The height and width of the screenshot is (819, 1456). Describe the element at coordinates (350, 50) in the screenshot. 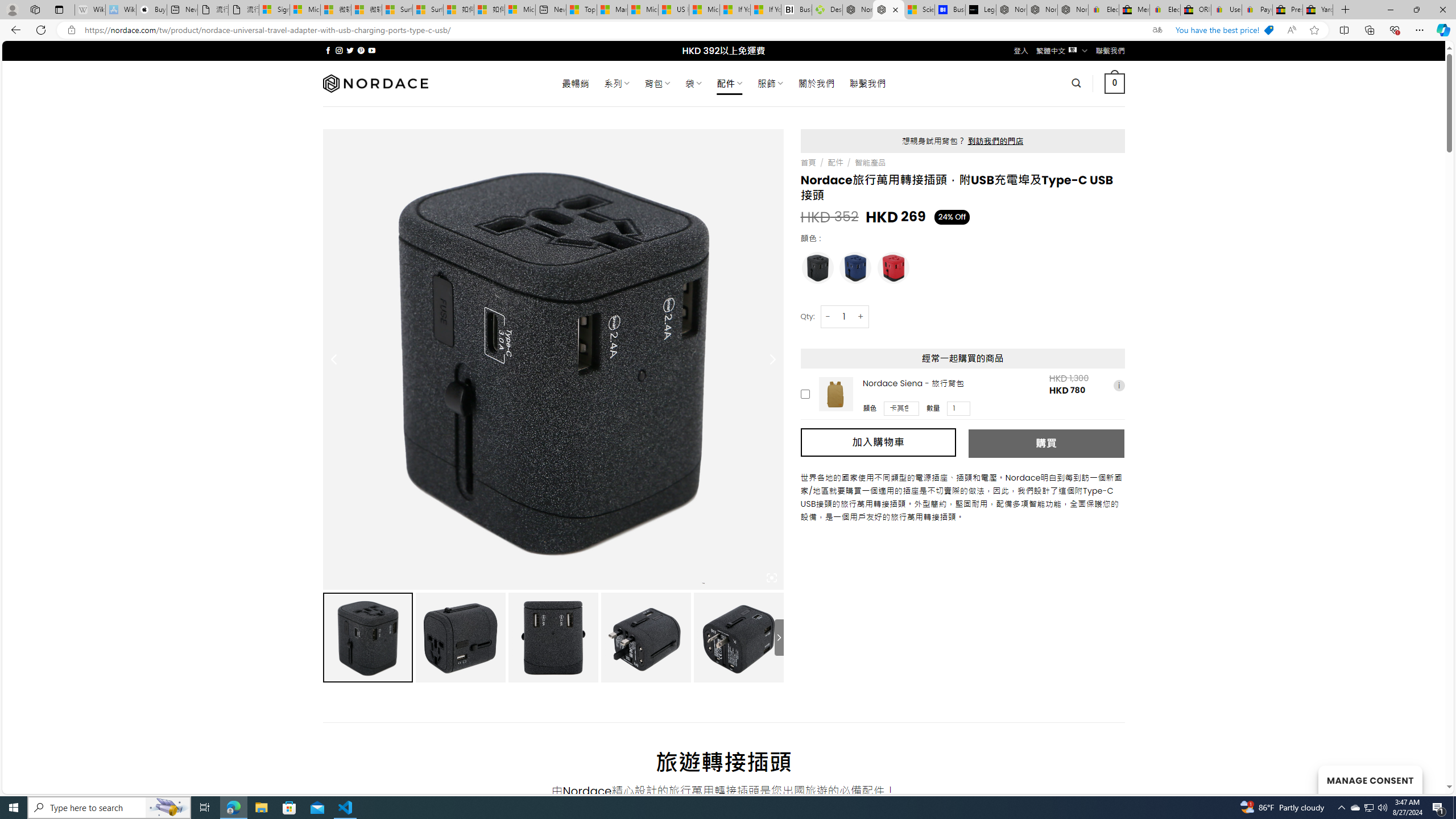

I see `'Follow on Twitter'` at that location.